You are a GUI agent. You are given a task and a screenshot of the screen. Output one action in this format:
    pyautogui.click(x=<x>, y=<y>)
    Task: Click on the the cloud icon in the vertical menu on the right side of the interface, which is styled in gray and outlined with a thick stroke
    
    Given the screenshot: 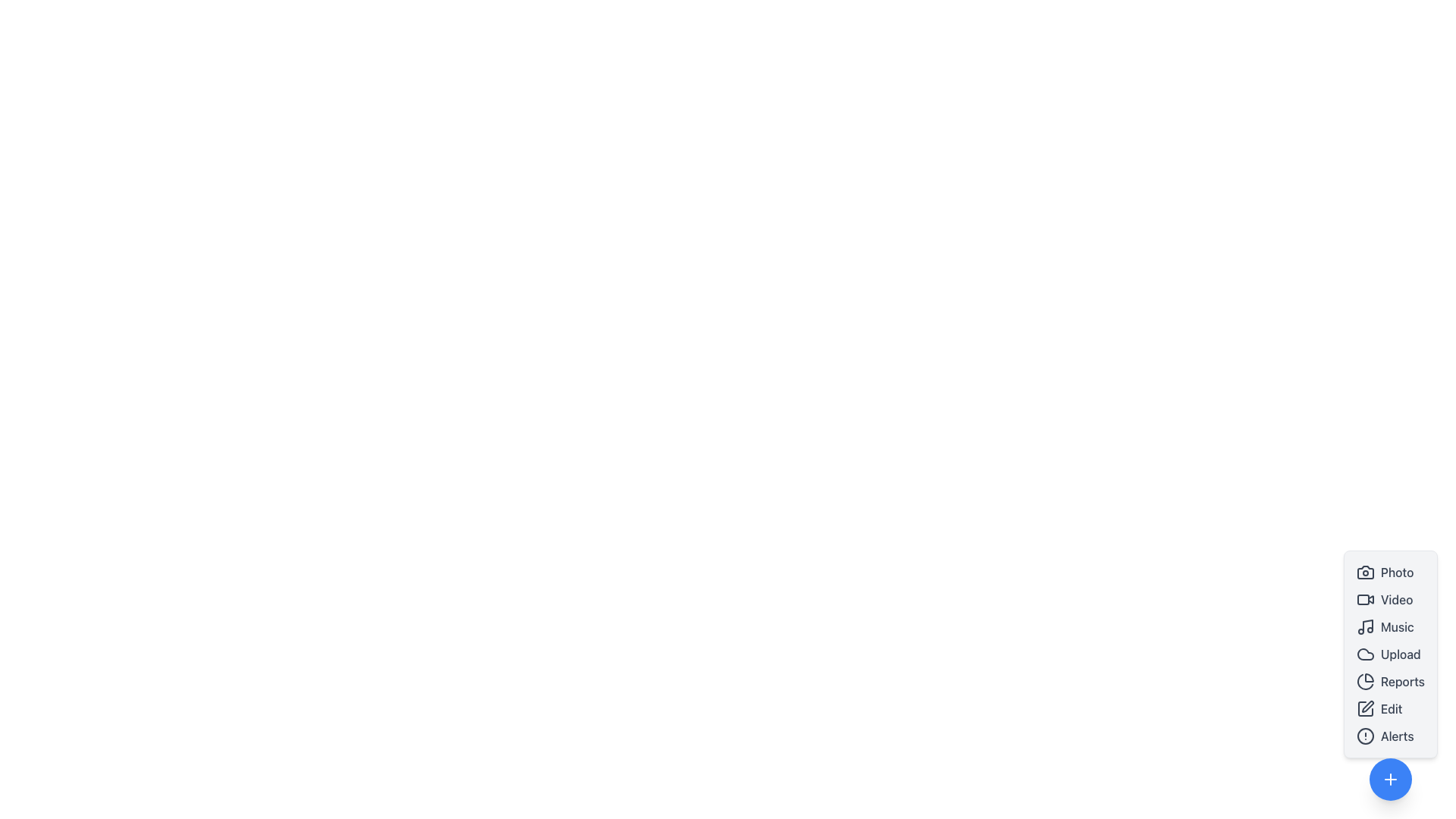 What is the action you would take?
    pyautogui.click(x=1365, y=654)
    